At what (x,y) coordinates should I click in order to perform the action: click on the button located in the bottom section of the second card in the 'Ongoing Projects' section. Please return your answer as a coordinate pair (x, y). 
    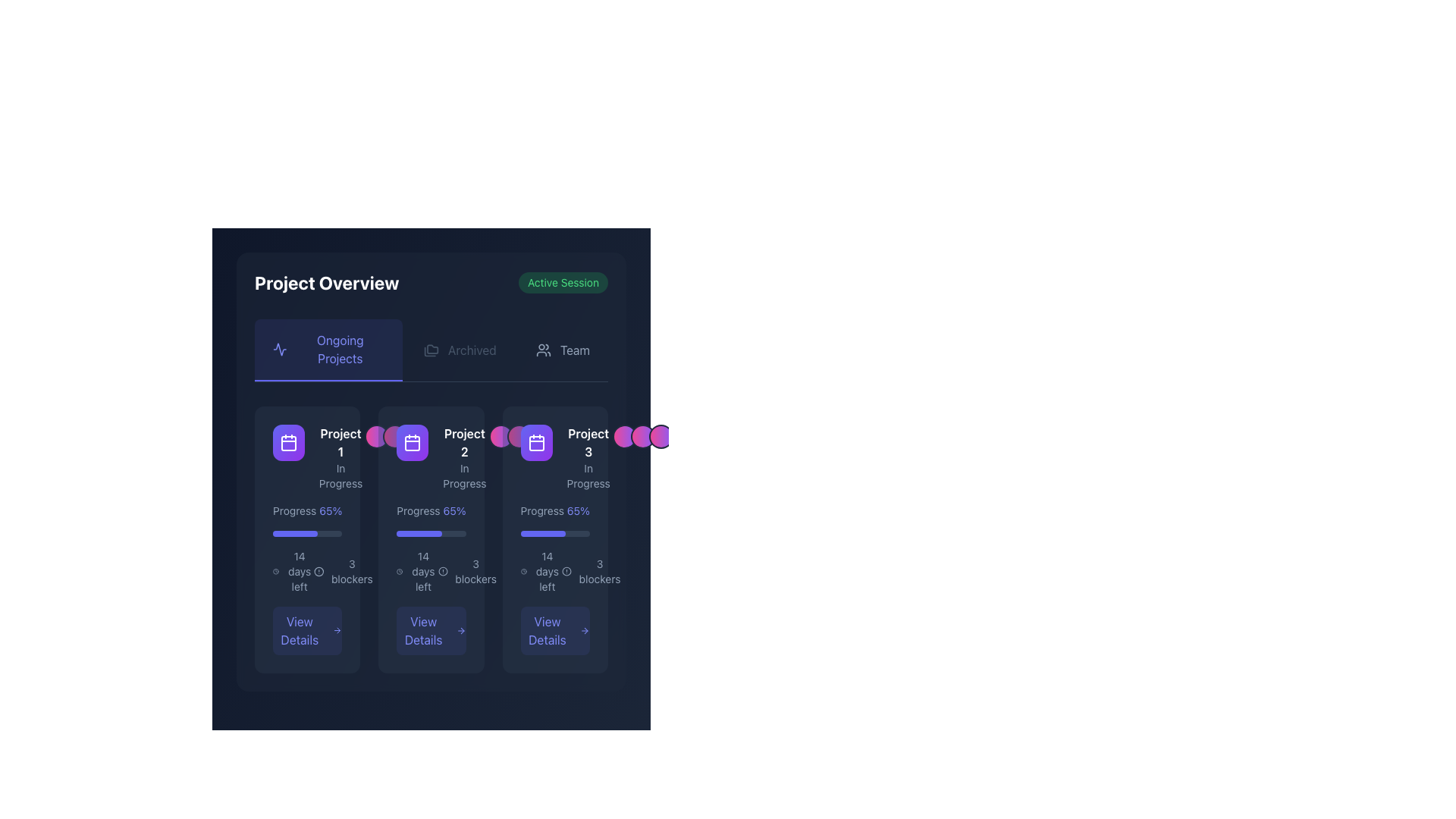
    Looking at the image, I should click on (430, 631).